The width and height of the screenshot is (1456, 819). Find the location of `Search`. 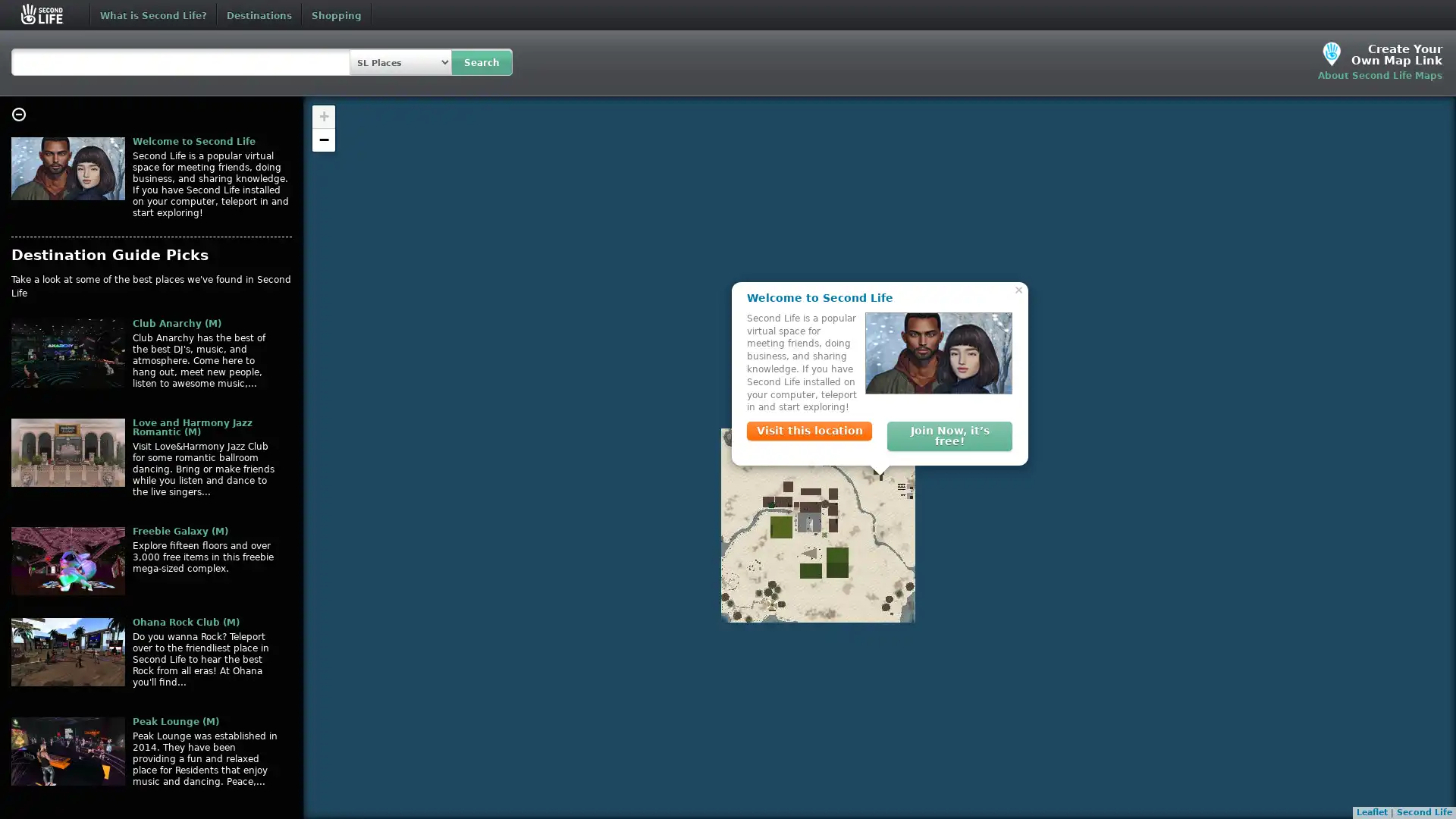

Search is located at coordinates (481, 63).